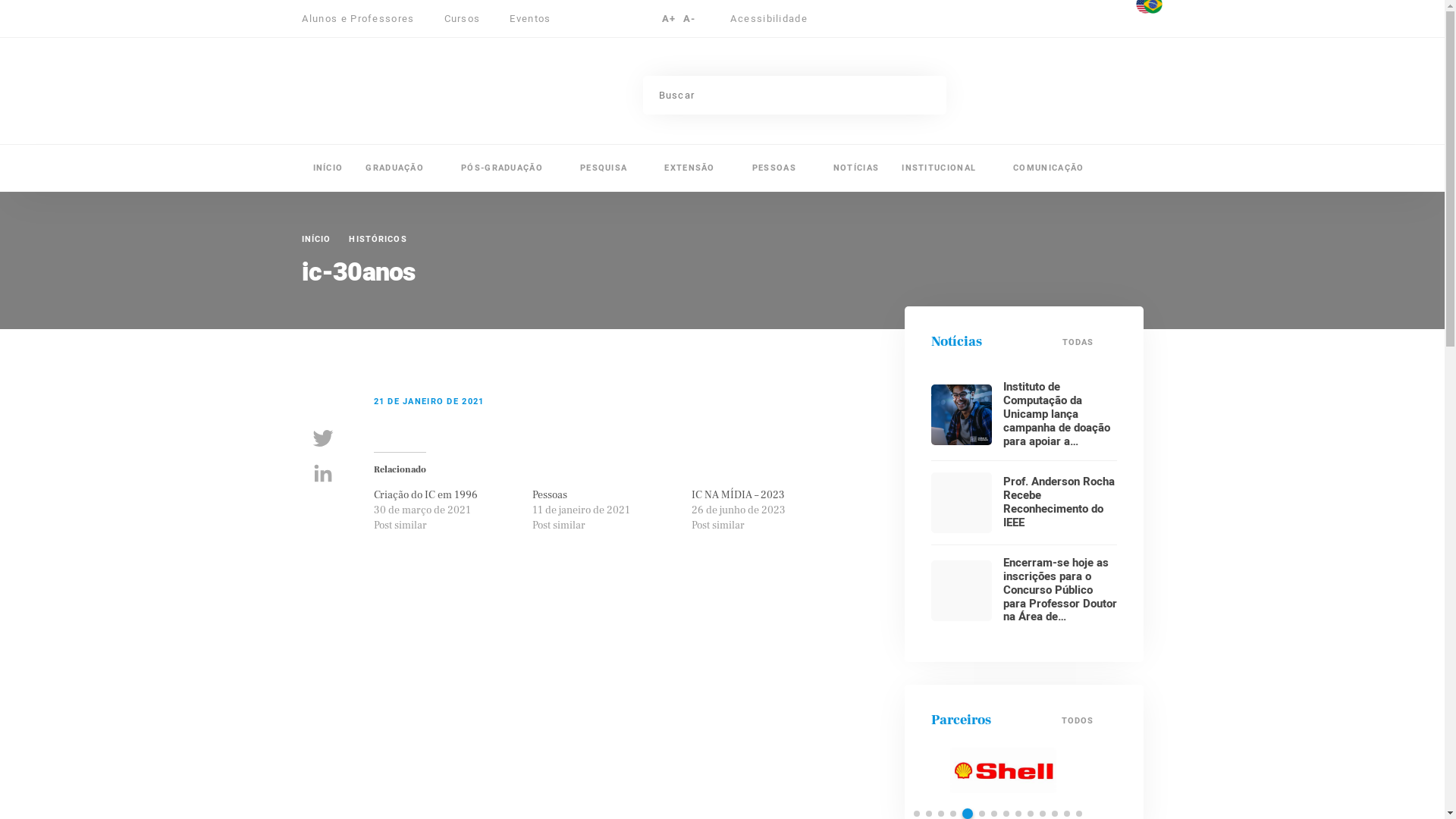 The width and height of the screenshot is (1456, 819). I want to click on 'Eventos', so click(530, 18).